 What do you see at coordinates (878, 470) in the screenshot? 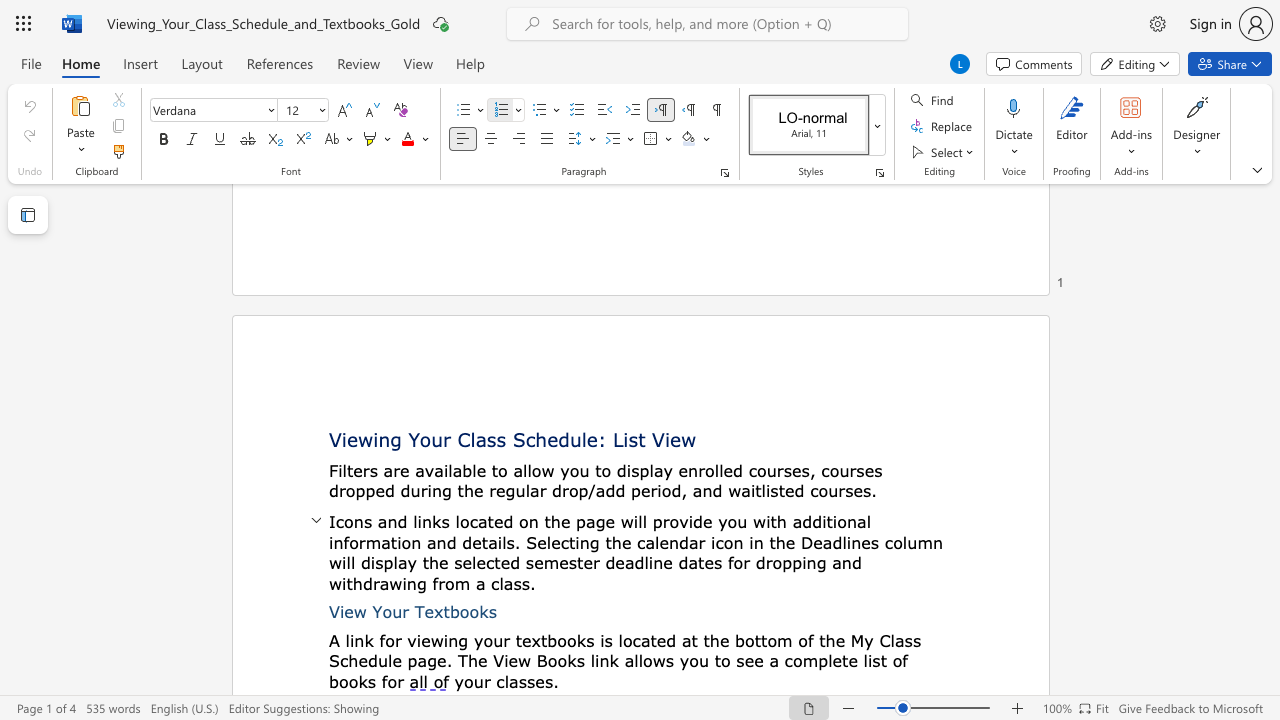
I see `the 6th character "s" in the text` at bounding box center [878, 470].